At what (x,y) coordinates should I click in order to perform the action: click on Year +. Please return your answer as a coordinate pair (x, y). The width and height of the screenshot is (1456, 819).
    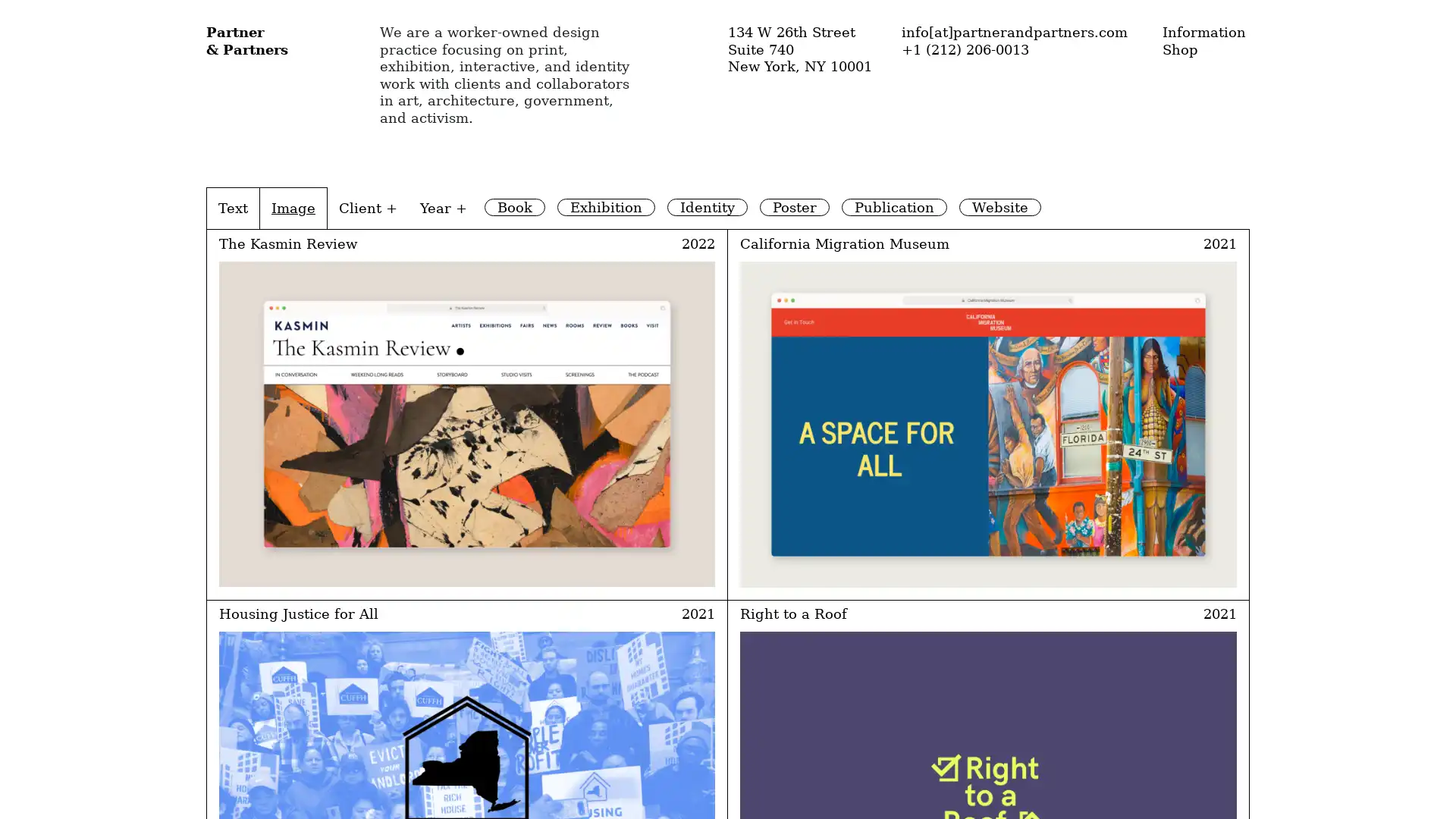
    Looking at the image, I should click on (443, 207).